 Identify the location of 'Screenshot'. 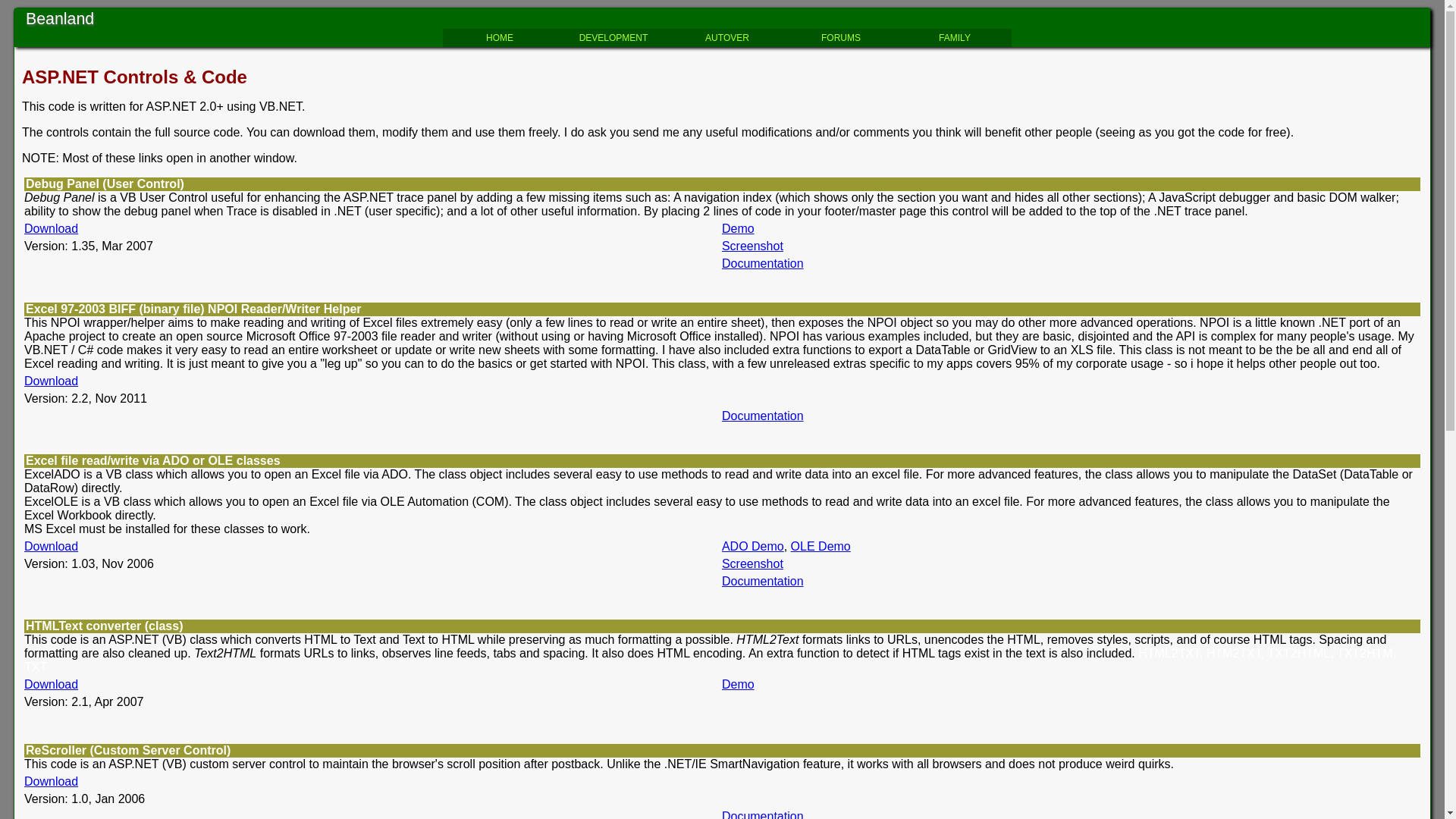
(752, 245).